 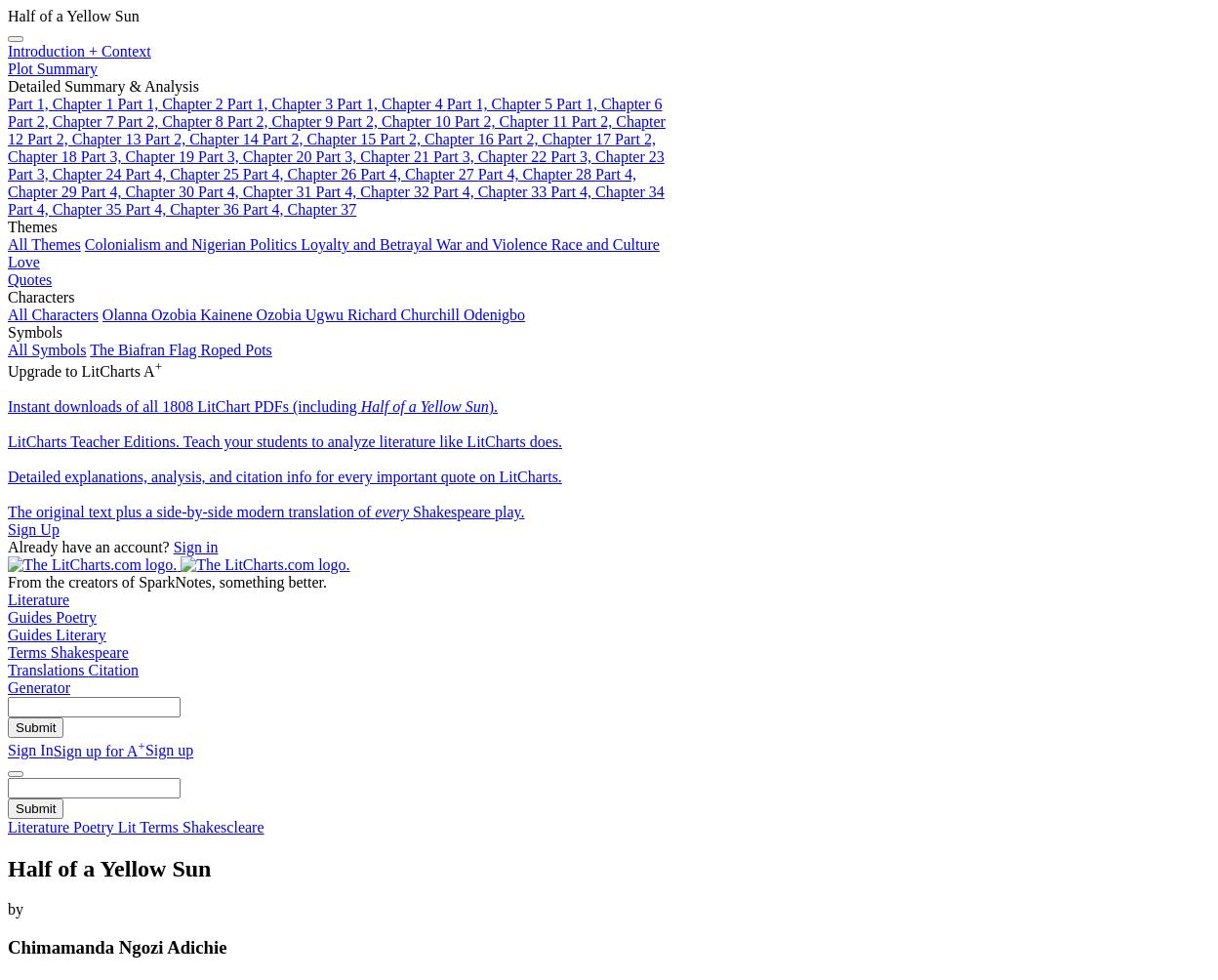 What do you see at coordinates (38, 686) in the screenshot?
I see `'Generator'` at bounding box center [38, 686].